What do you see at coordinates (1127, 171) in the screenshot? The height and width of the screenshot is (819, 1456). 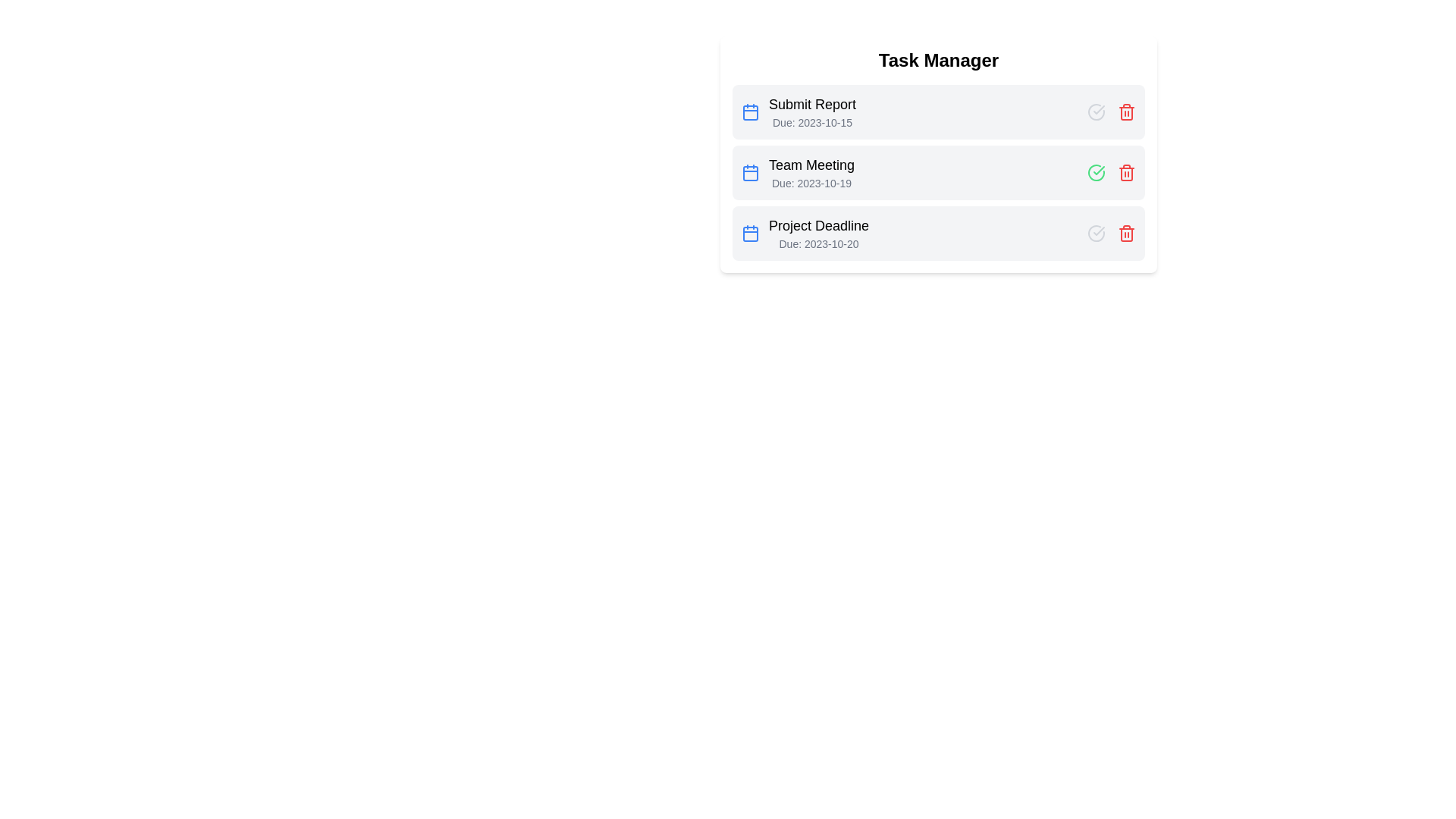 I see `'Remove task' button for the task titled 'Team Meeting'` at bounding box center [1127, 171].